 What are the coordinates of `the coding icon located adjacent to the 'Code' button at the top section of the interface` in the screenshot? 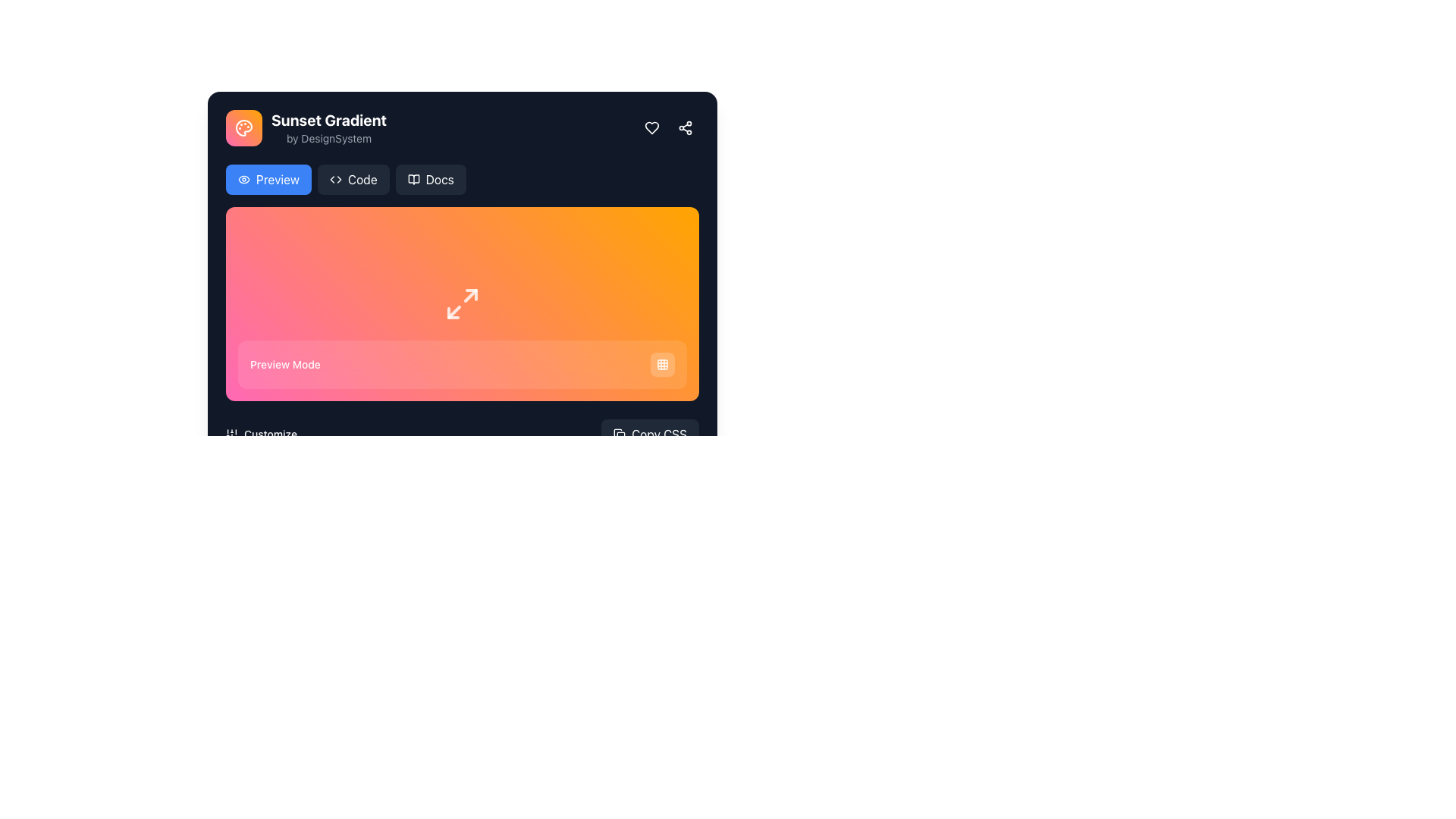 It's located at (334, 178).